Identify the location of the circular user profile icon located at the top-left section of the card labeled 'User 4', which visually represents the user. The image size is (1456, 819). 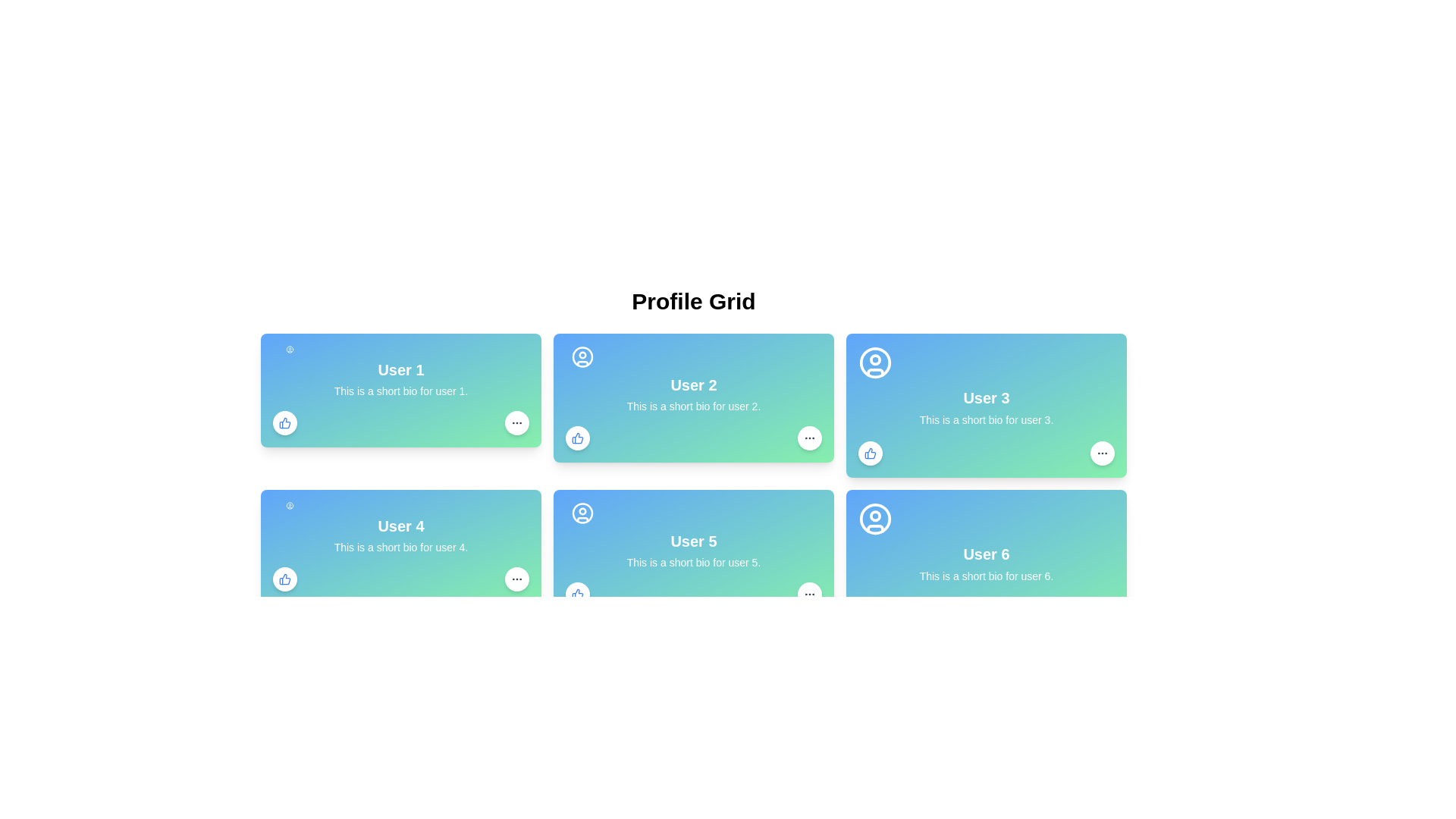
(290, 506).